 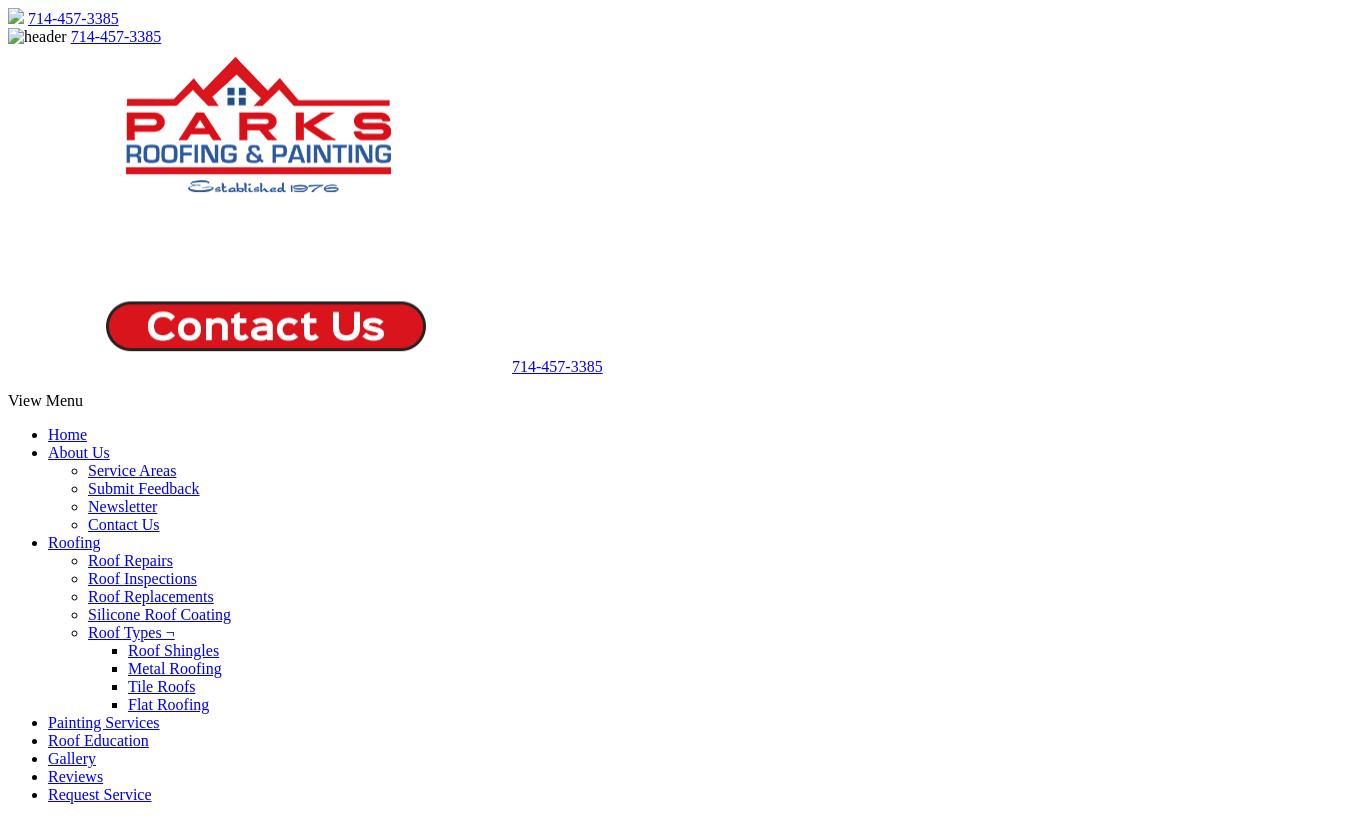 What do you see at coordinates (72, 541) in the screenshot?
I see `'Roofing'` at bounding box center [72, 541].